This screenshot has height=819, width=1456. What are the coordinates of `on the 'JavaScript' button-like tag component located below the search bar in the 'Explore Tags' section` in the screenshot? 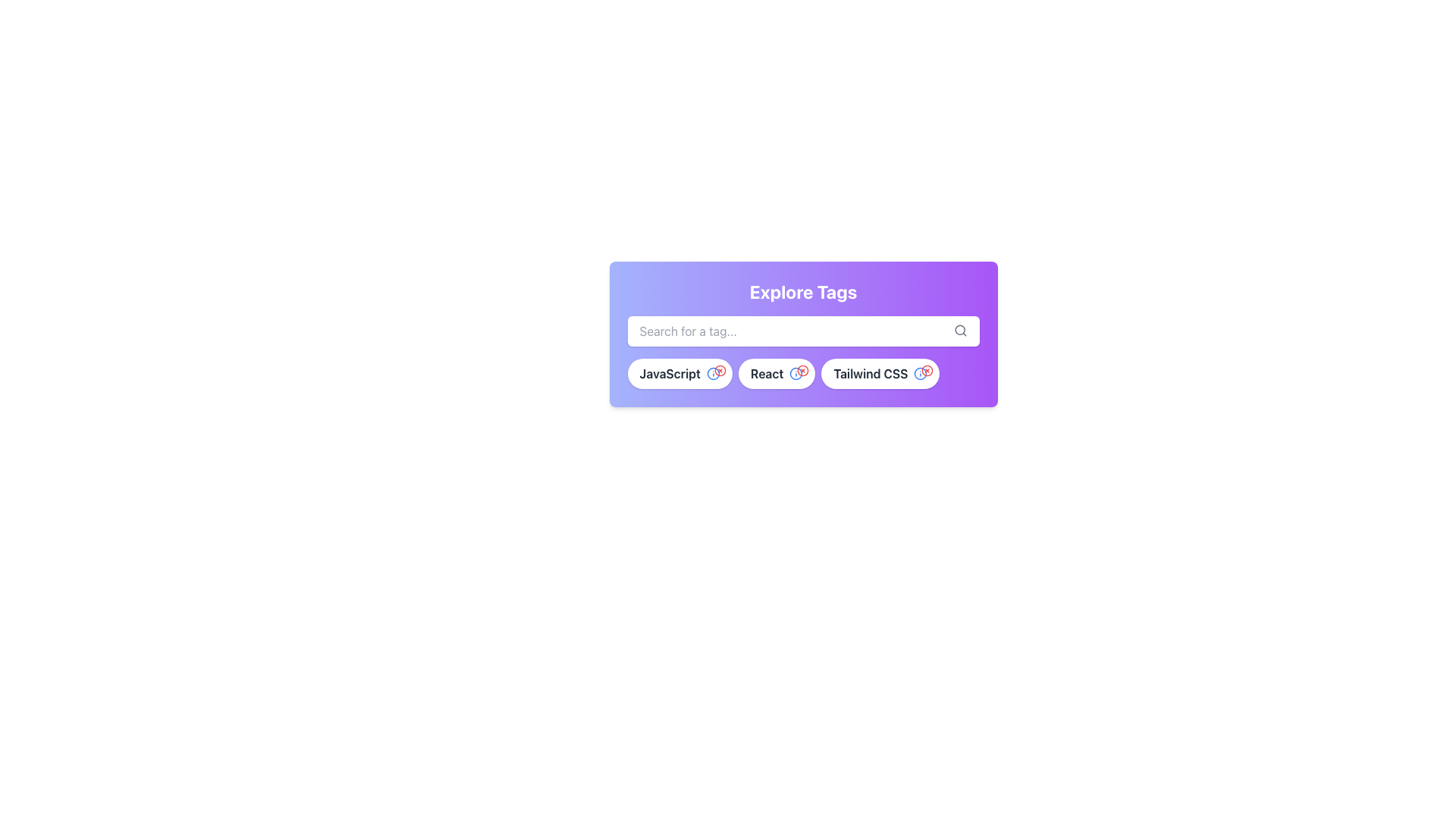 It's located at (679, 374).